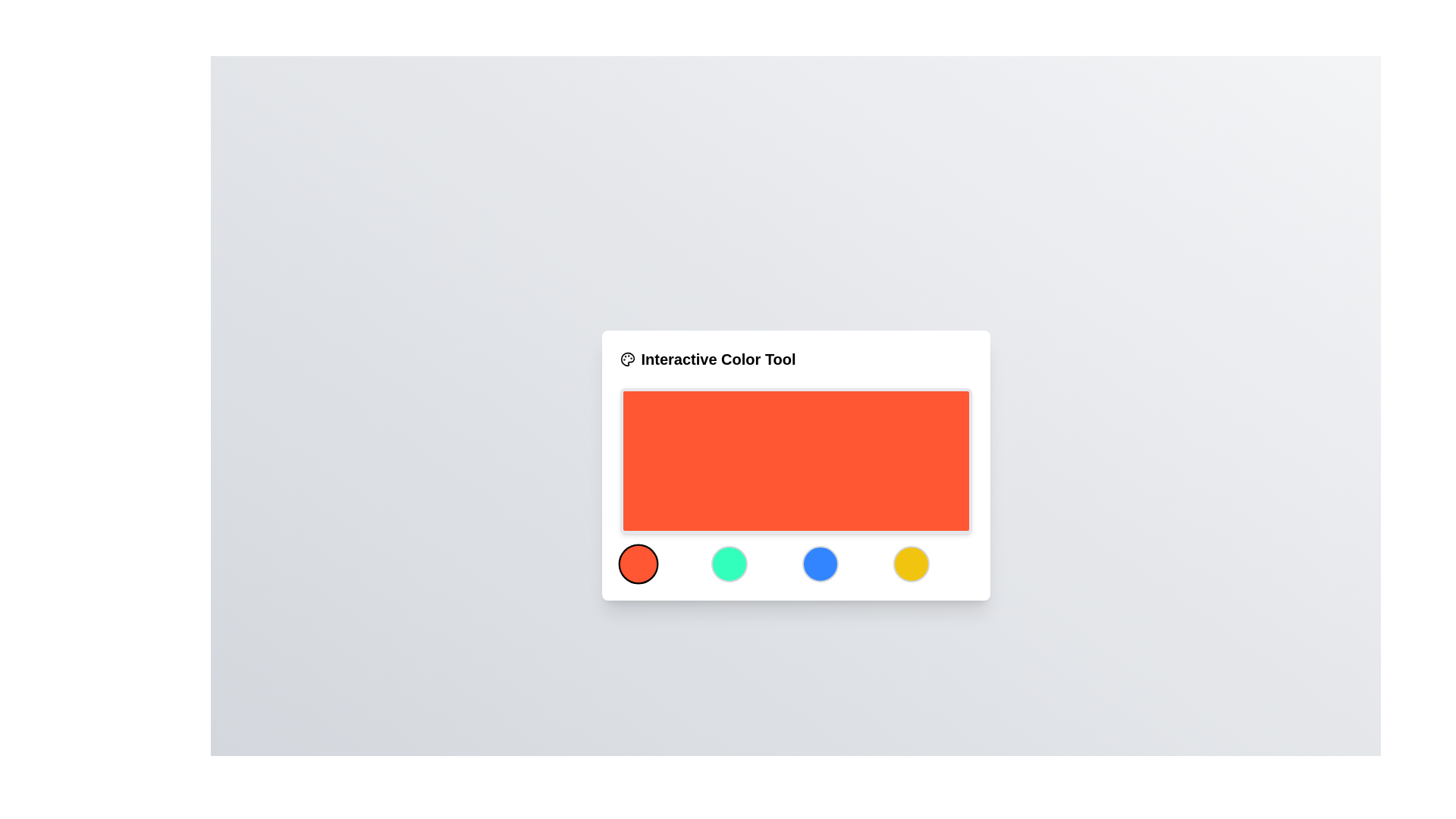 The image size is (1456, 819). Describe the element at coordinates (910, 564) in the screenshot. I see `the fourth circular button with a bright yellow fill and a gray border at the bottom of the 'Interactive Color Tool' card` at that location.